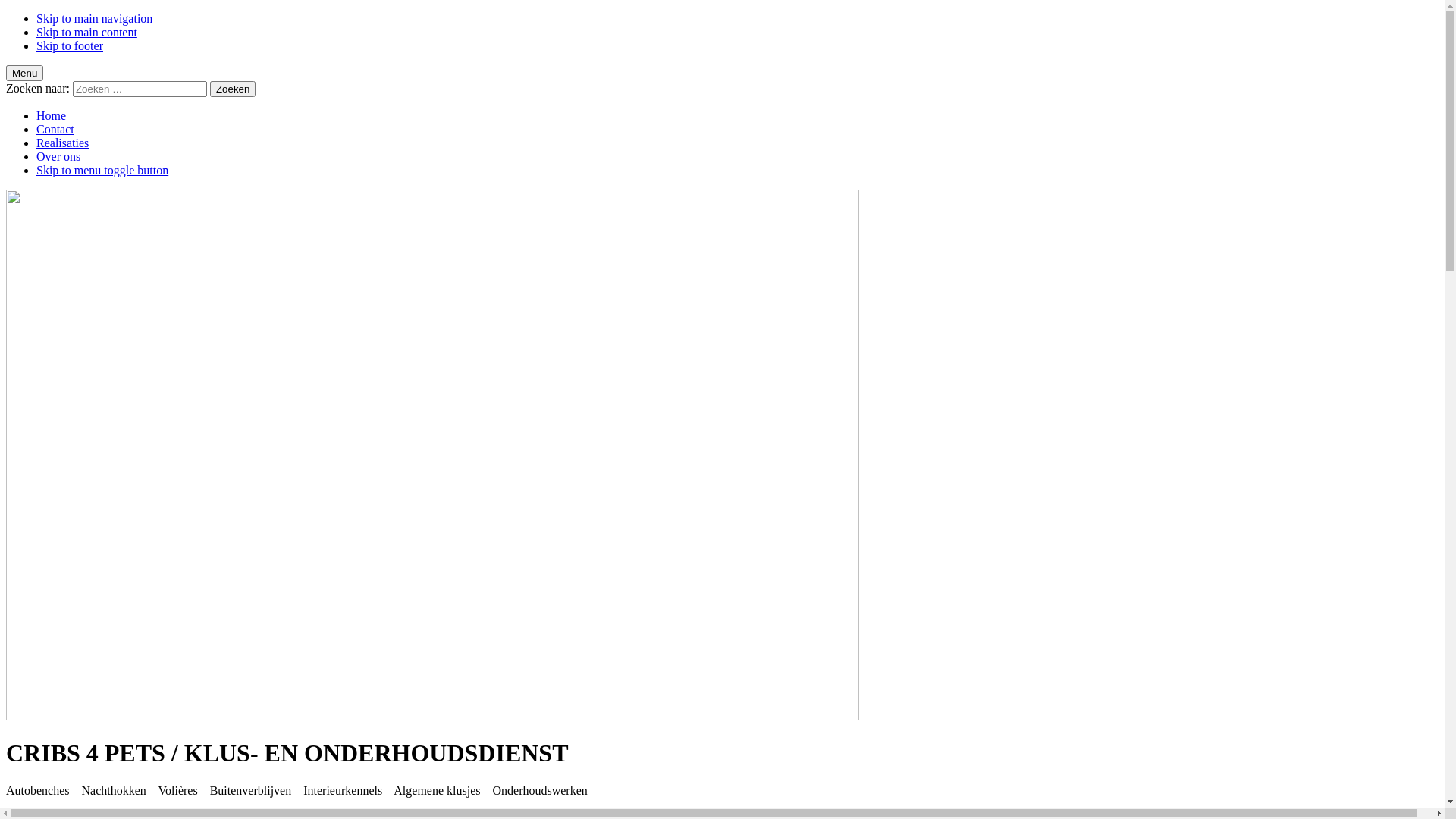  What do you see at coordinates (93, 18) in the screenshot?
I see `'Skip to main navigation'` at bounding box center [93, 18].